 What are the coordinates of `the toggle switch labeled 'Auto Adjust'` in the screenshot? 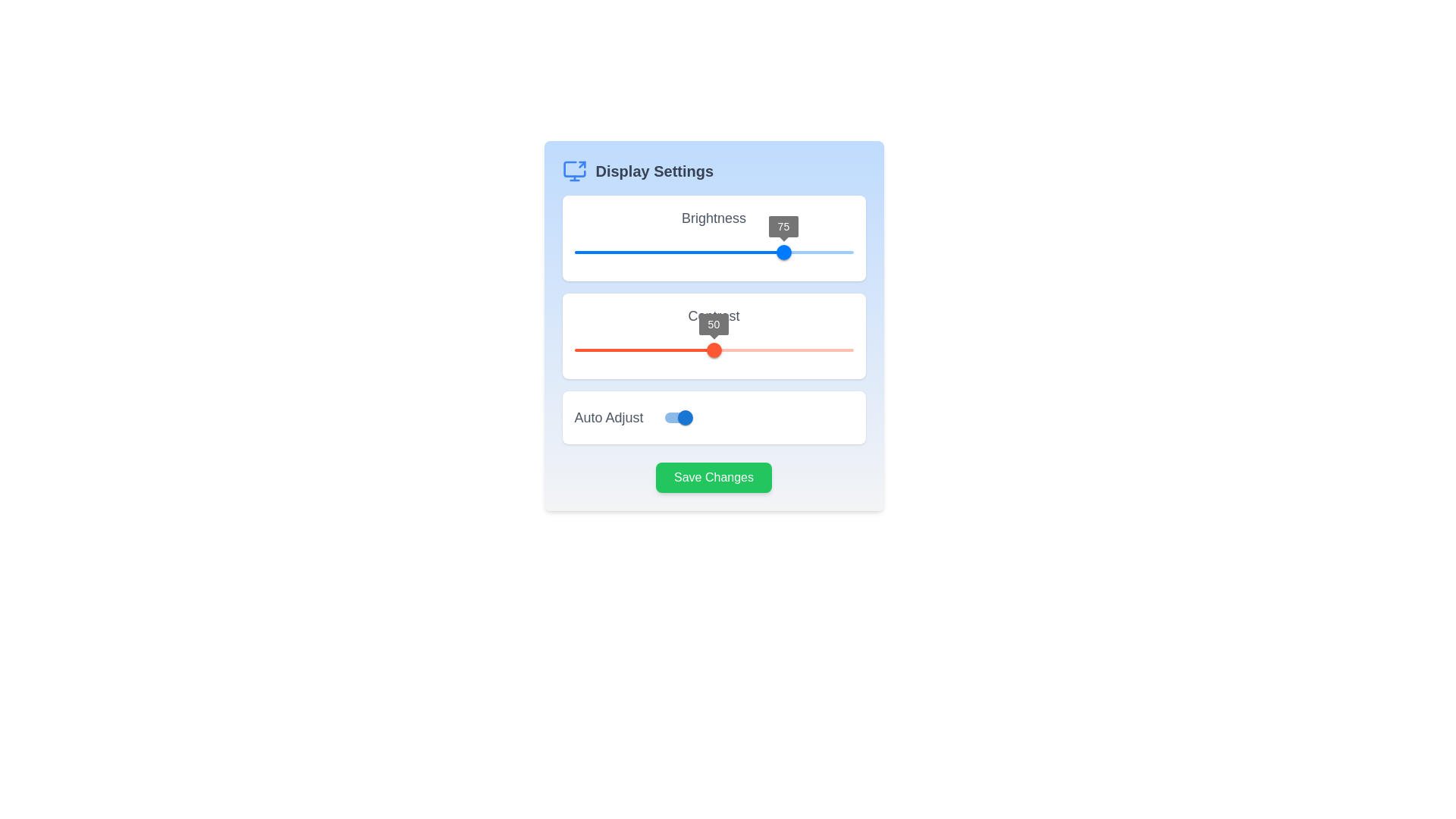 It's located at (684, 418).